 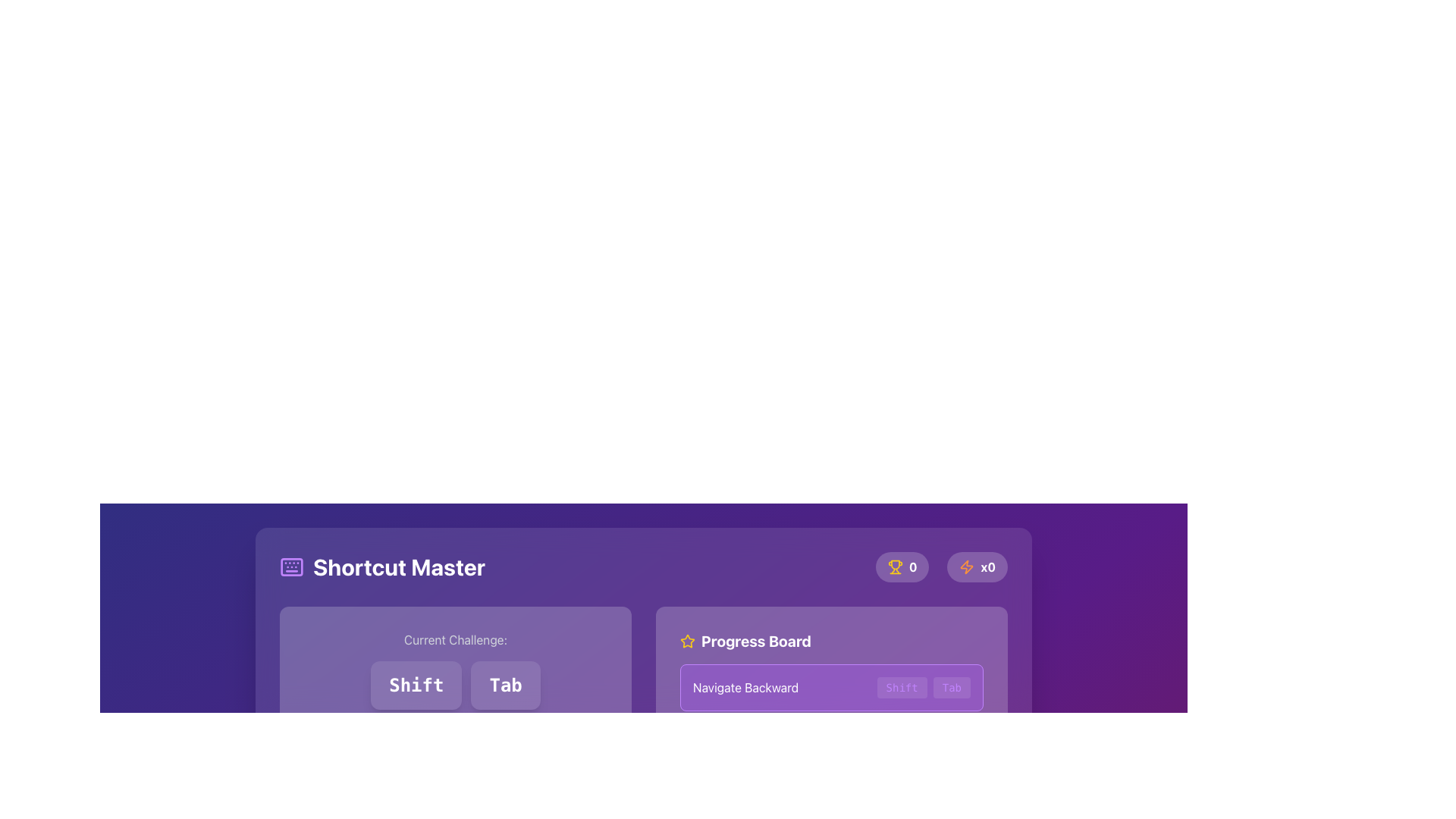 I want to click on text of the label with the keyboard icon, which displays 'Shortcut Master' in bold, large white font, so click(x=382, y=567).